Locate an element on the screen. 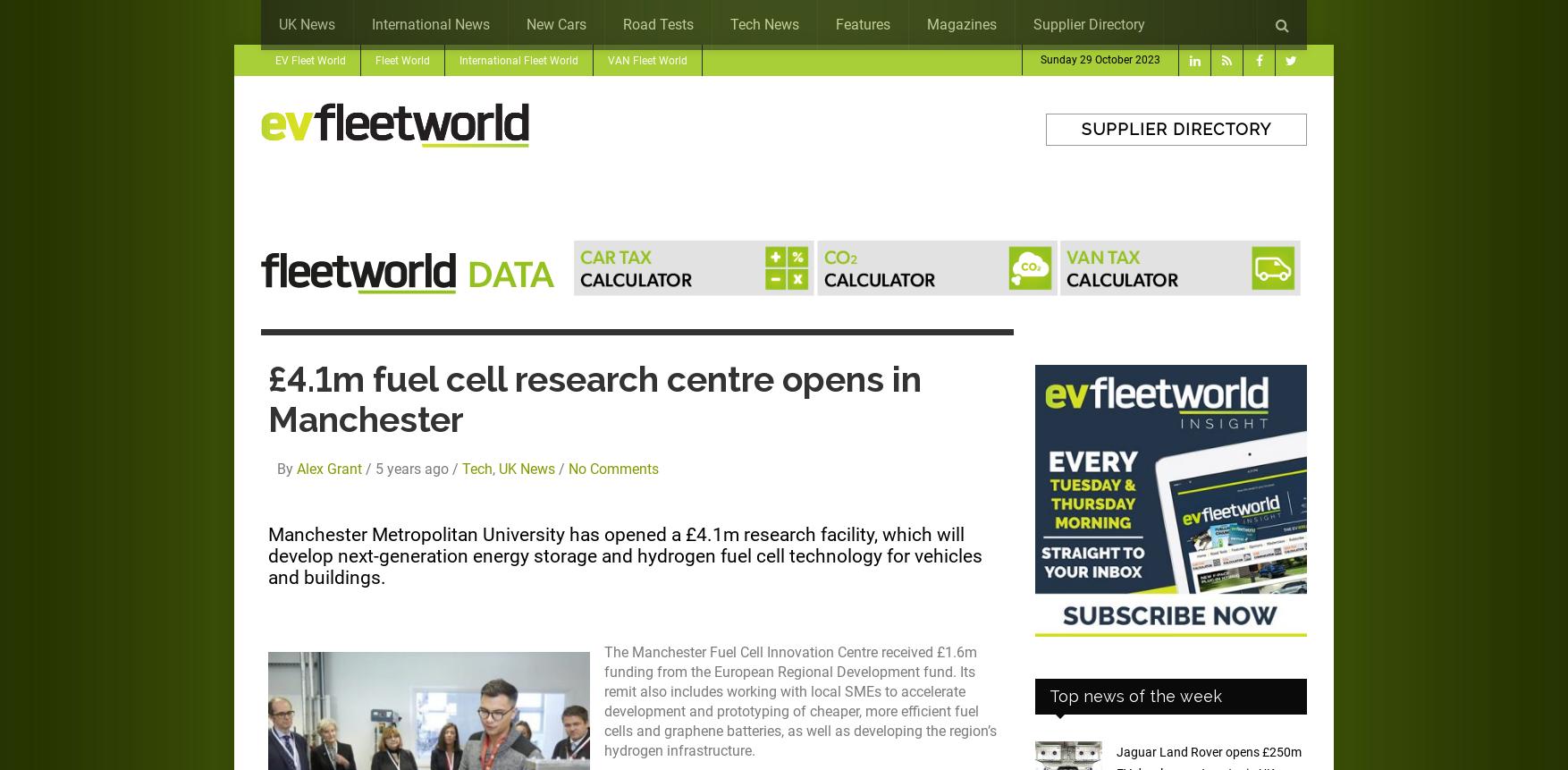 Image resolution: width=1568 pixels, height=770 pixels. '£4.1m fuel cell research centre opens in Manchester' is located at coordinates (594, 399).